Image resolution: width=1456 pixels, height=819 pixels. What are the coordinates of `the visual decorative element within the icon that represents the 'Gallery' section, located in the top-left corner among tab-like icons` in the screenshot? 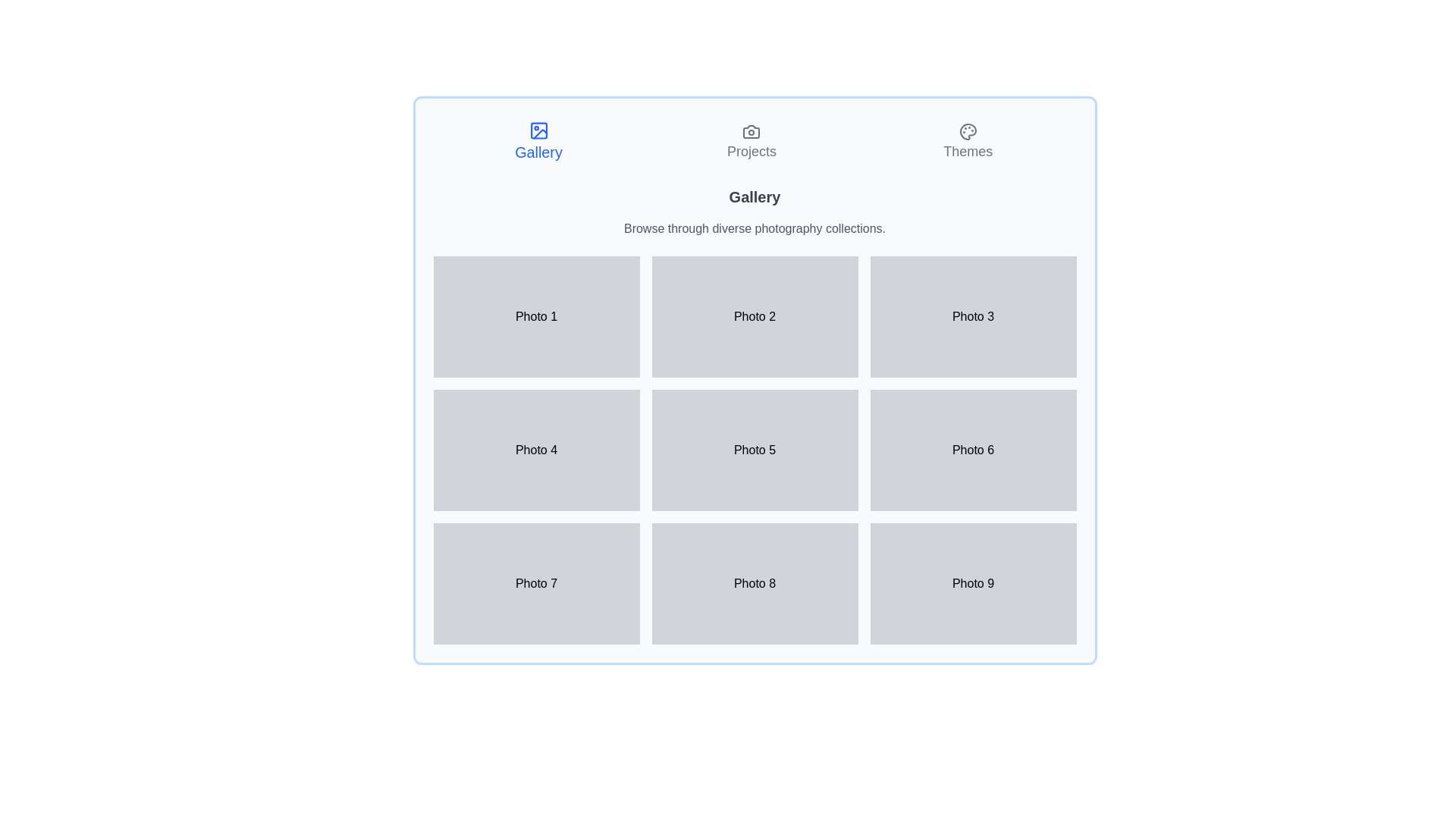 It's located at (538, 130).